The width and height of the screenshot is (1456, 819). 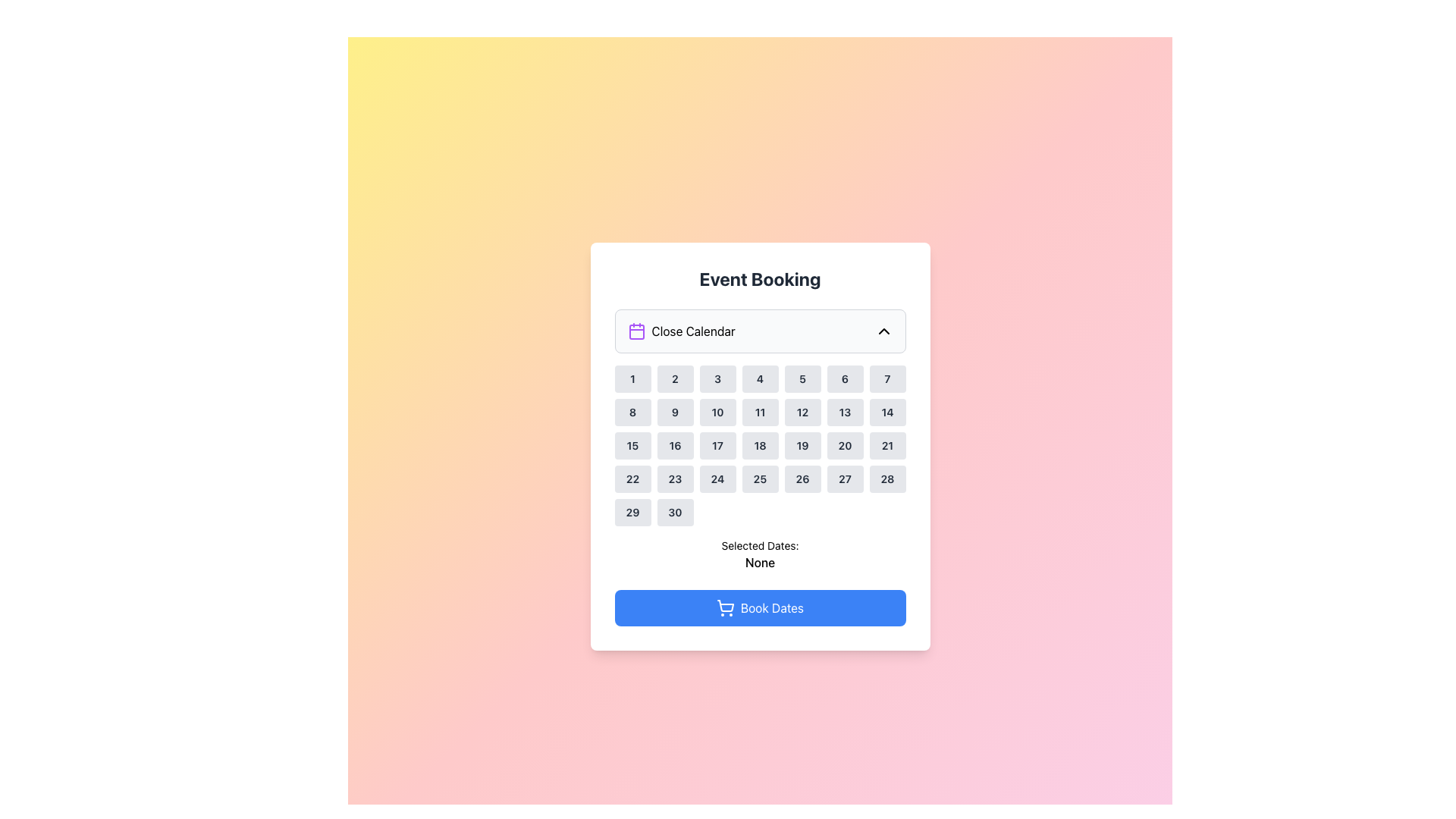 I want to click on the button labeled '24' in the date picker interface, so click(x=717, y=479).